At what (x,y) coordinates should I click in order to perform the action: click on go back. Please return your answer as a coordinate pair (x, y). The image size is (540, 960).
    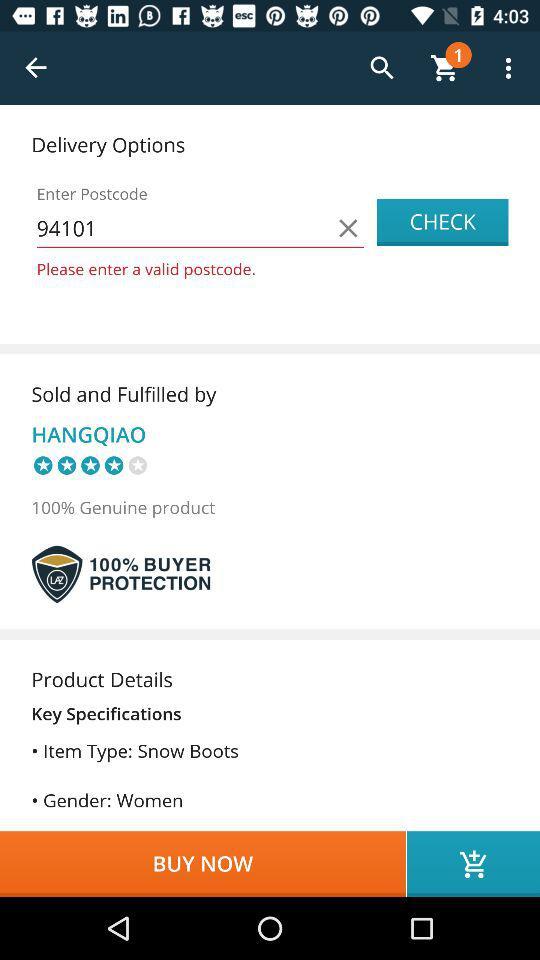
    Looking at the image, I should click on (36, 68).